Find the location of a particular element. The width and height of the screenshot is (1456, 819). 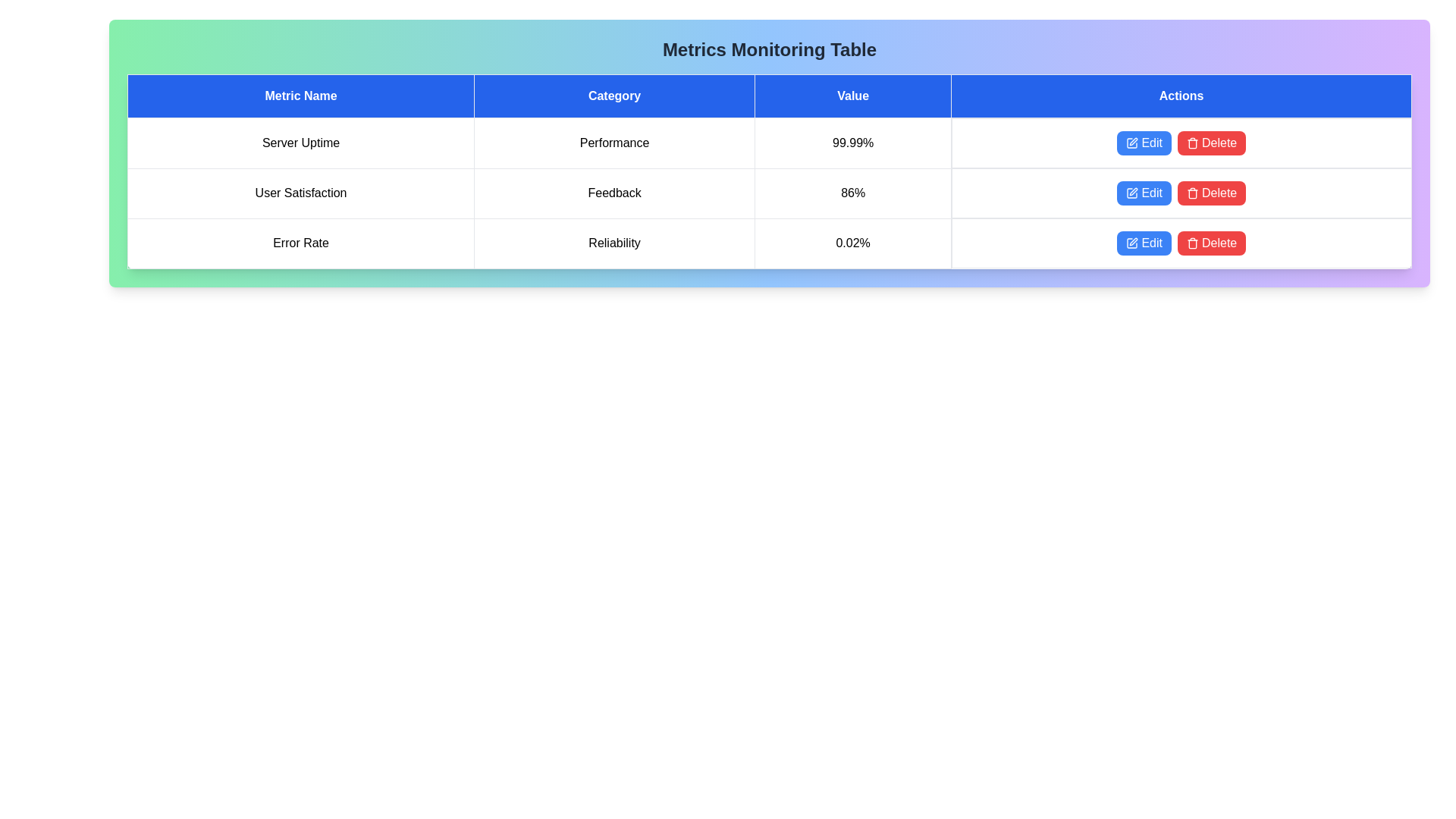

the table header Metric Name to sort or interact with it is located at coordinates (301, 96).